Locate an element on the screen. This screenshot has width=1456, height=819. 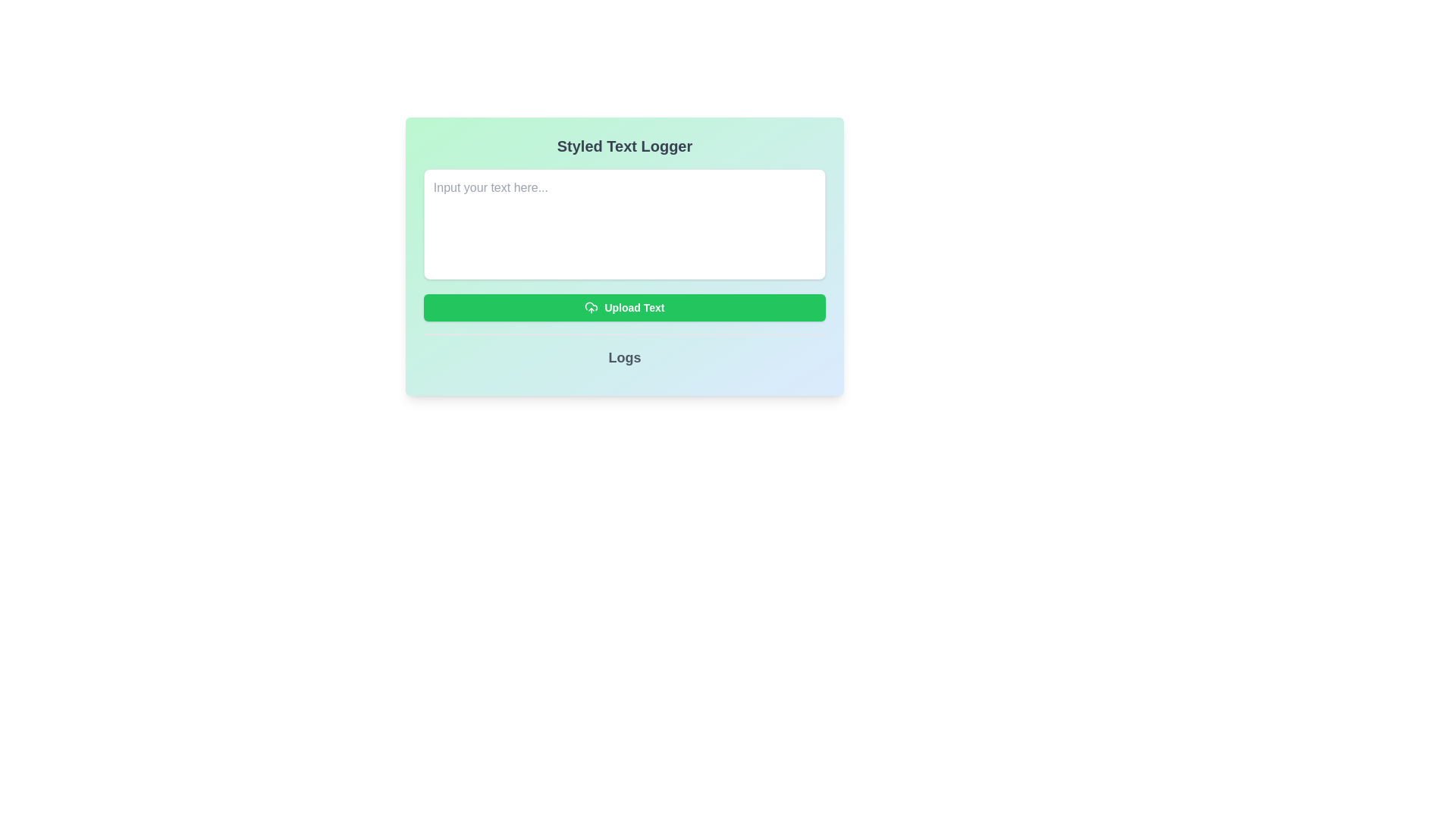
the middle graphic layer of the cloud outline within the SVG icon located immediately to the left of the 'Upload Text' button is located at coordinates (591, 306).